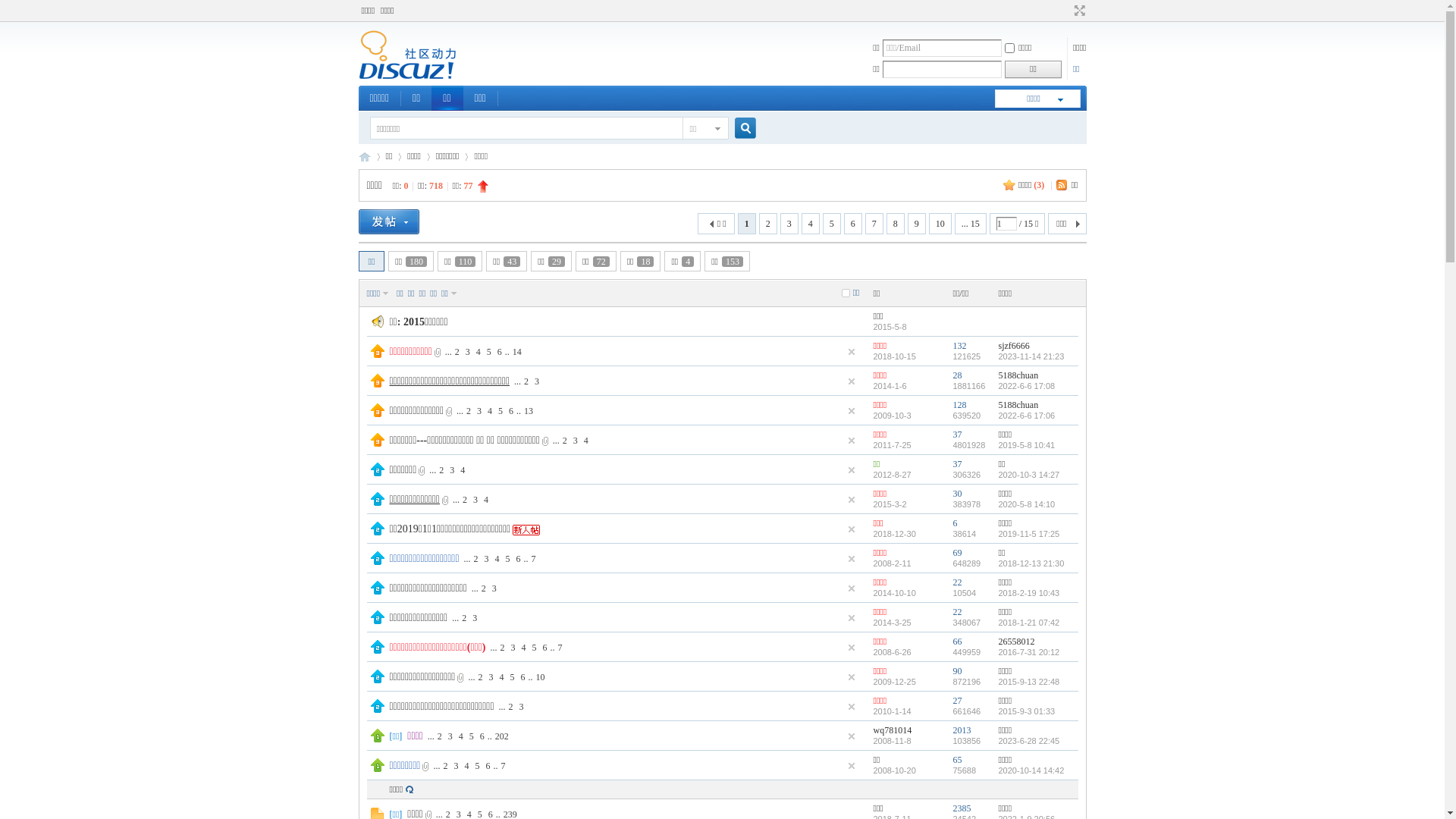  What do you see at coordinates (893, 730) in the screenshot?
I see `'wq781014'` at bounding box center [893, 730].